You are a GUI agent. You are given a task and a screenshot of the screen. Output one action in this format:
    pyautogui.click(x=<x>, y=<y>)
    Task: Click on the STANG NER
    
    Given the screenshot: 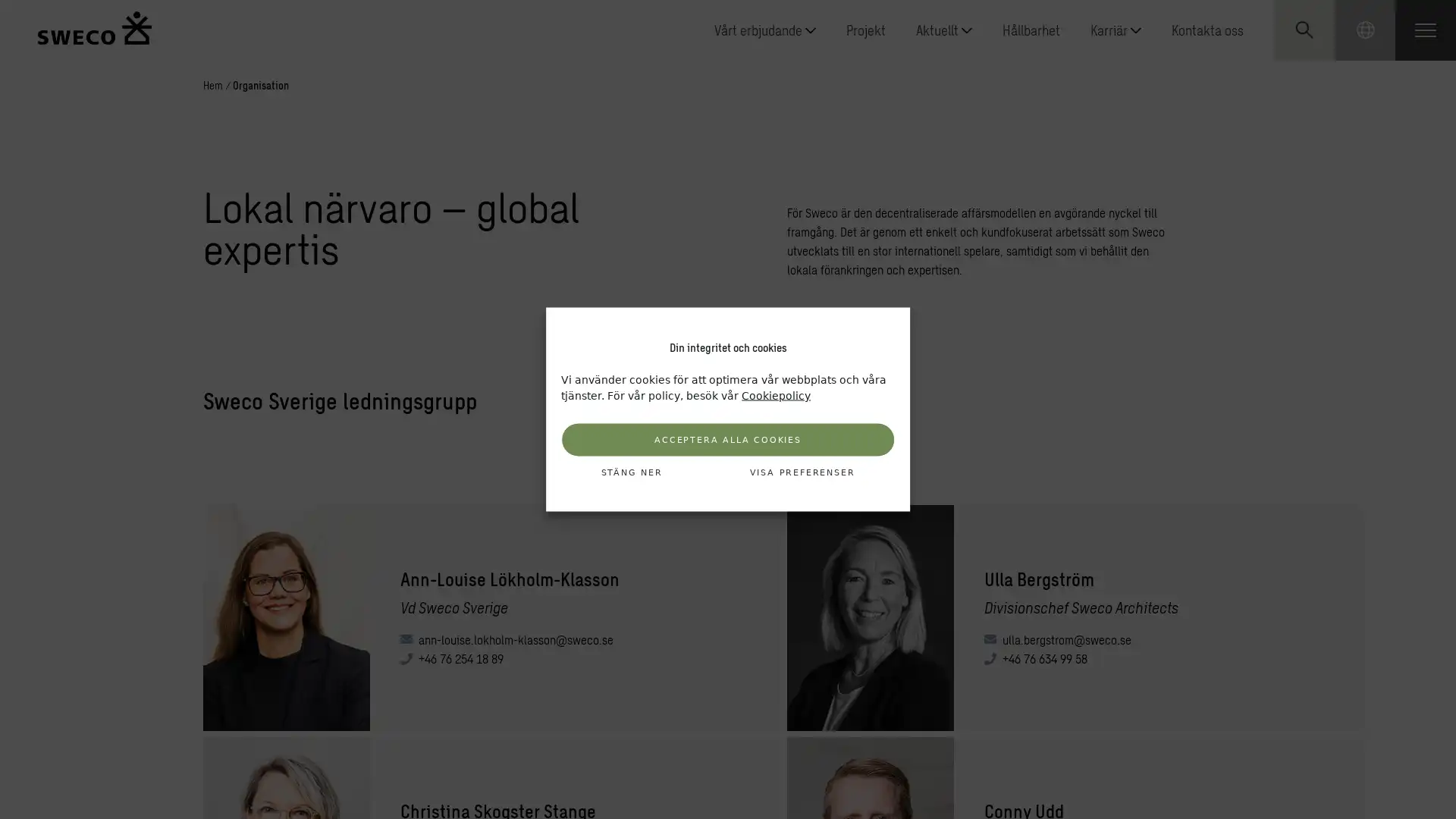 What is the action you would take?
    pyautogui.click(x=631, y=472)
    